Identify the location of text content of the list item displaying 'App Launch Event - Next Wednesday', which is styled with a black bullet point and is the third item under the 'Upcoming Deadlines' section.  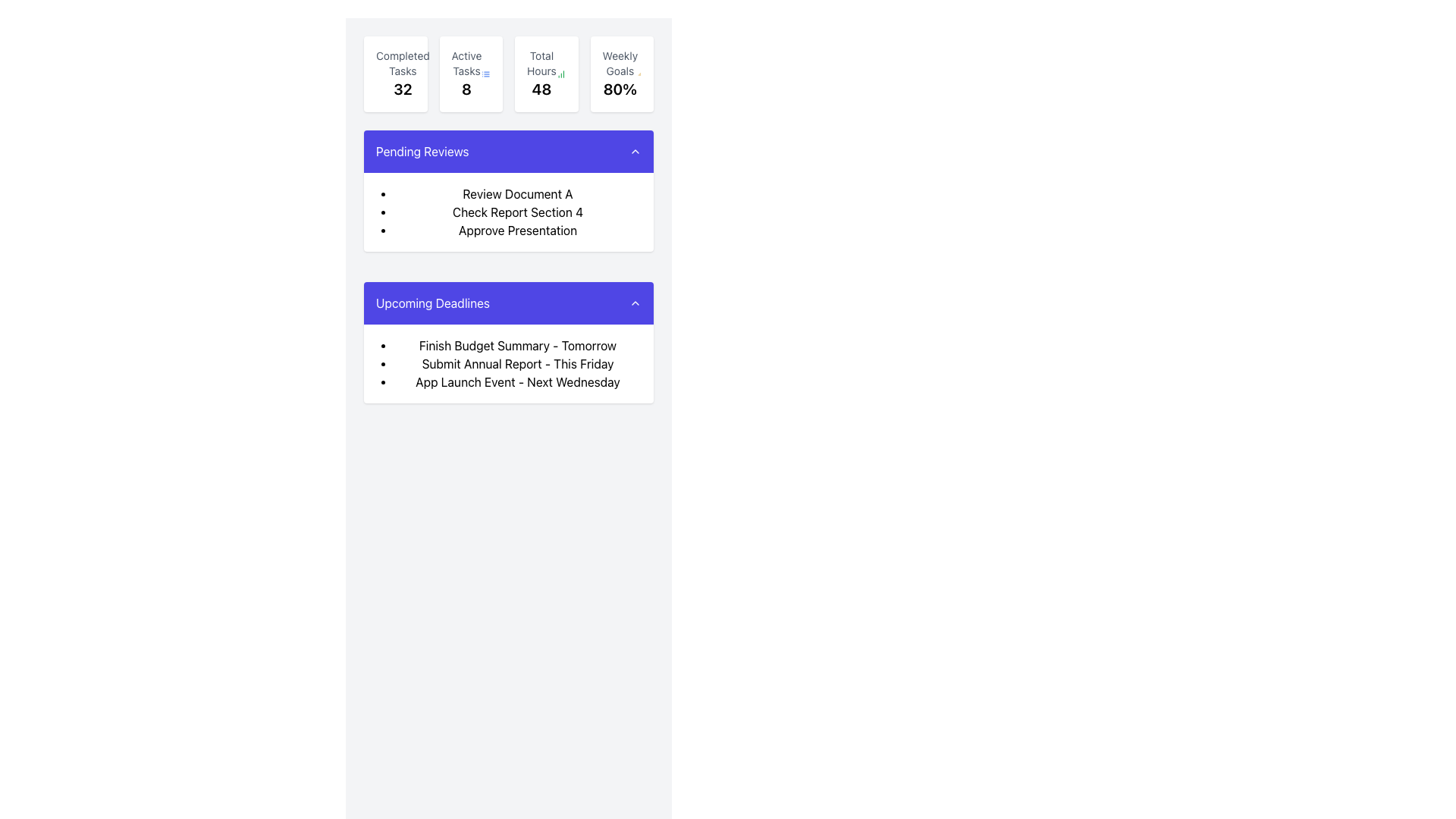
(517, 381).